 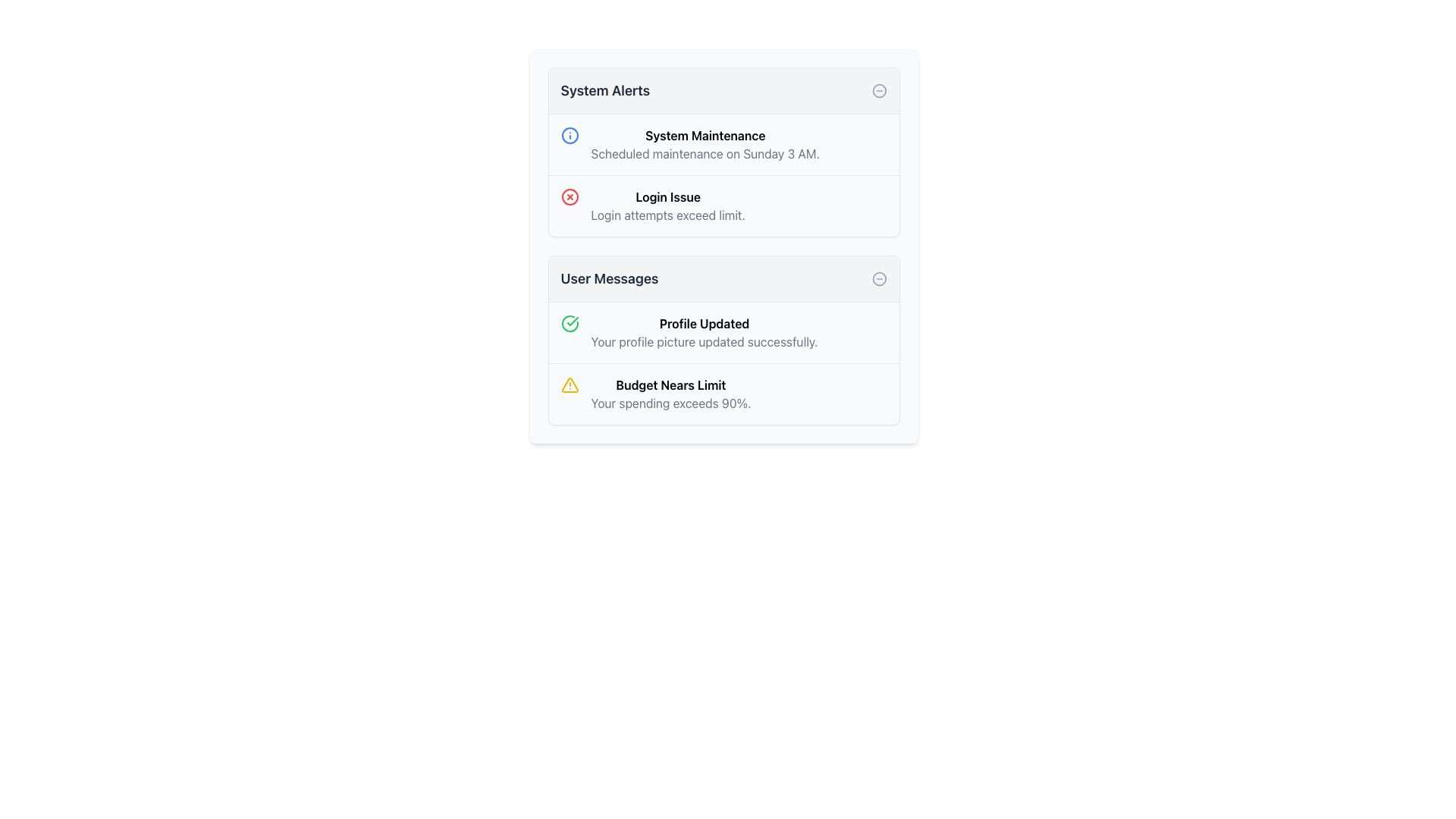 What do you see at coordinates (670, 384) in the screenshot?
I see `the text label displaying 'Budget Nears Limit' which is the primary heading in the notification box under 'User Messages'` at bounding box center [670, 384].